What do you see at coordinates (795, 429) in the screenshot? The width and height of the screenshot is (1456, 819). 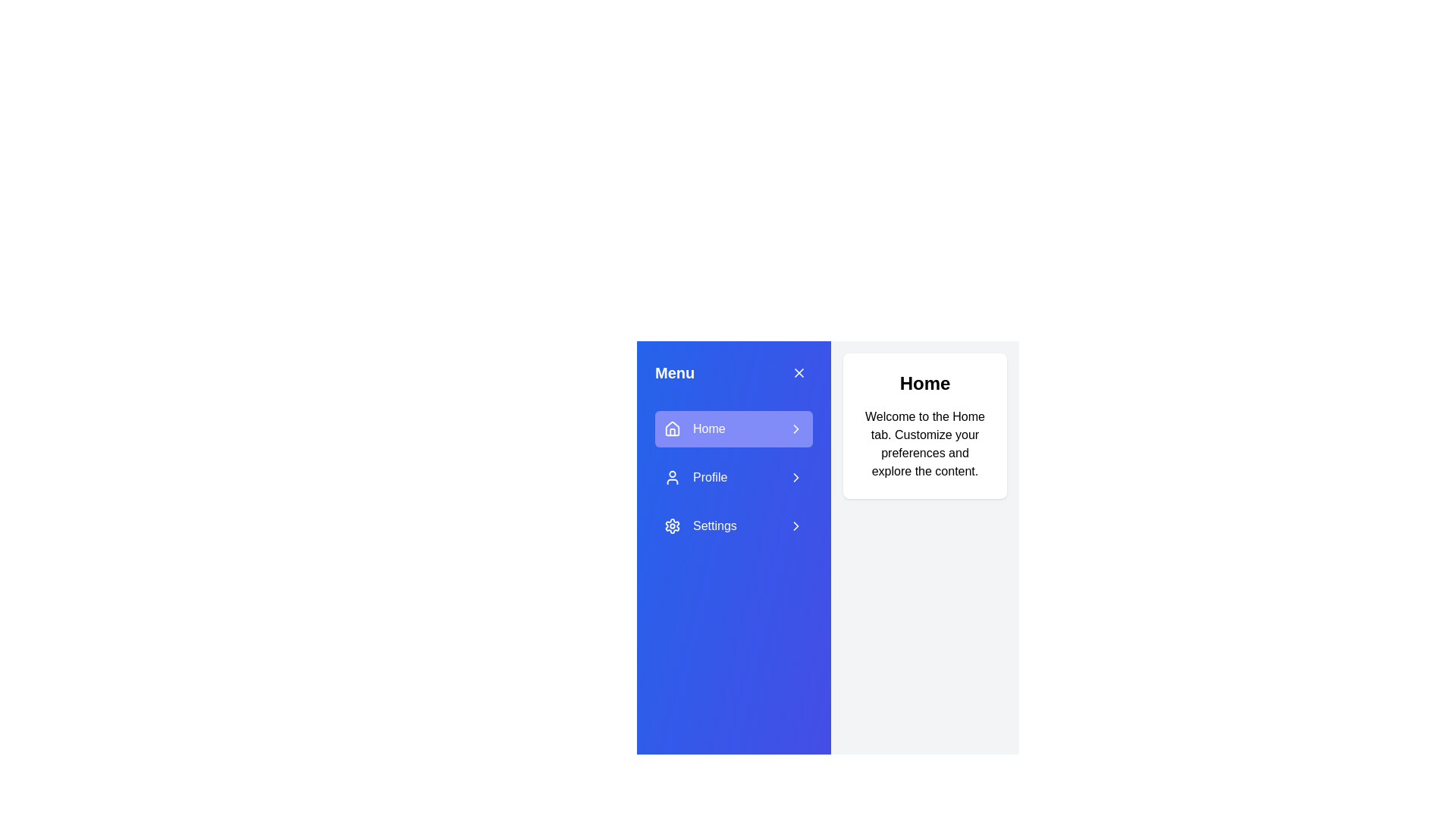 I see `the chevron SVG icon representing a navigation arrow located` at bounding box center [795, 429].